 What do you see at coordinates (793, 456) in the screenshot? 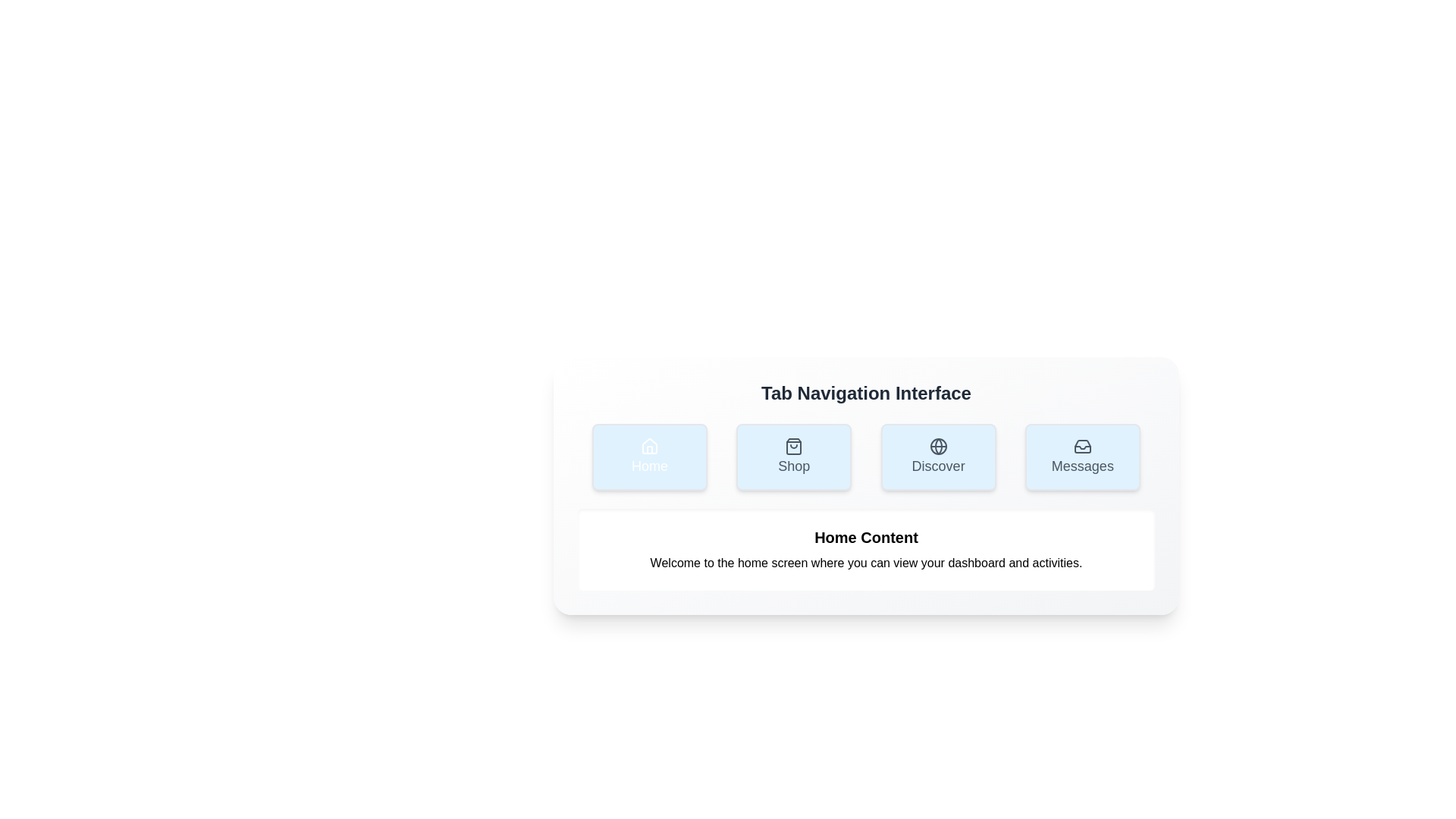
I see `the 'Shop' button` at bounding box center [793, 456].